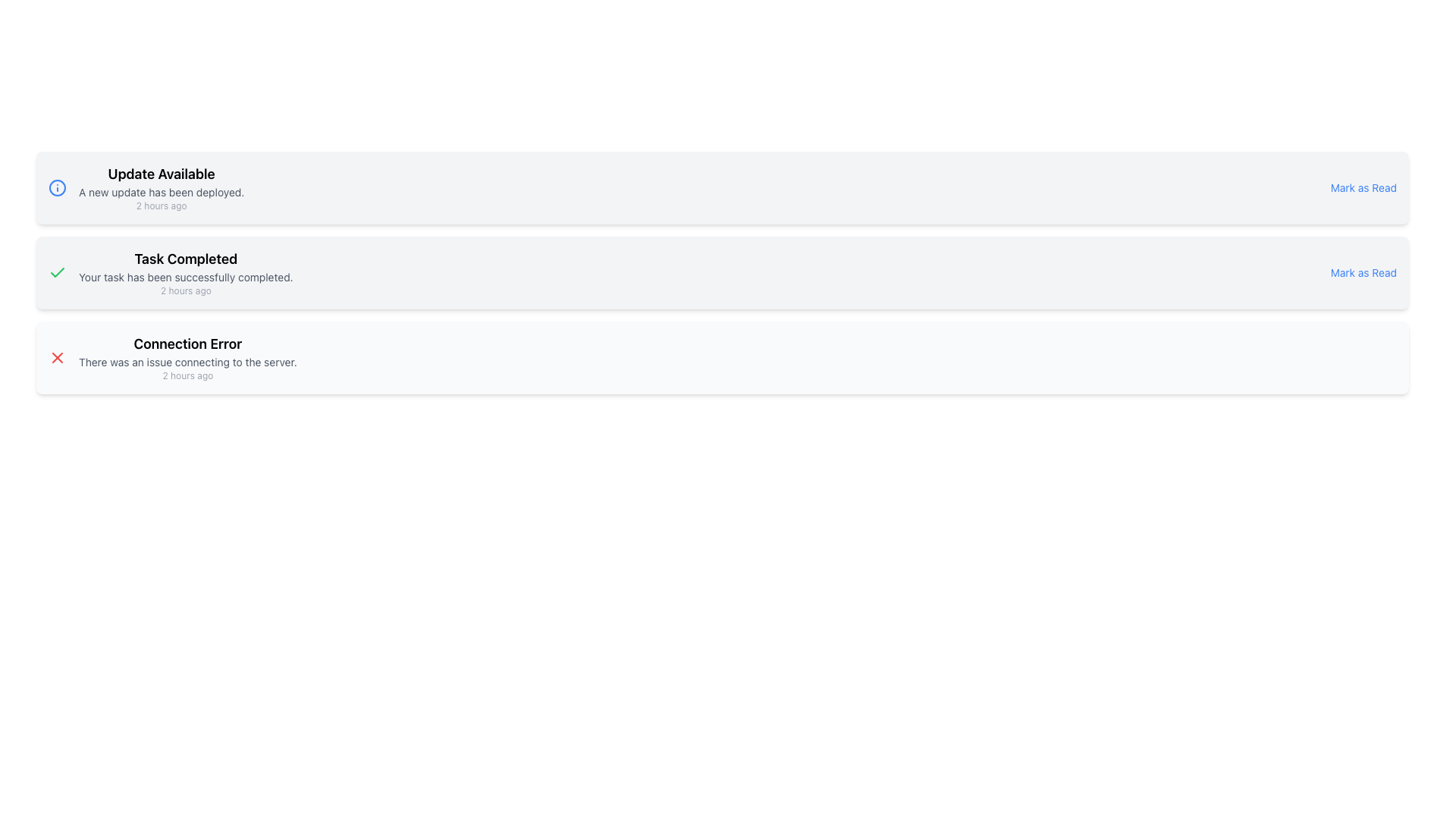 This screenshot has width=1456, height=819. Describe the element at coordinates (185, 278) in the screenshot. I see `the static text label displaying the message 'Your task has been successfully completed.' which is located beneath the heading 'Task Completed.'` at that location.